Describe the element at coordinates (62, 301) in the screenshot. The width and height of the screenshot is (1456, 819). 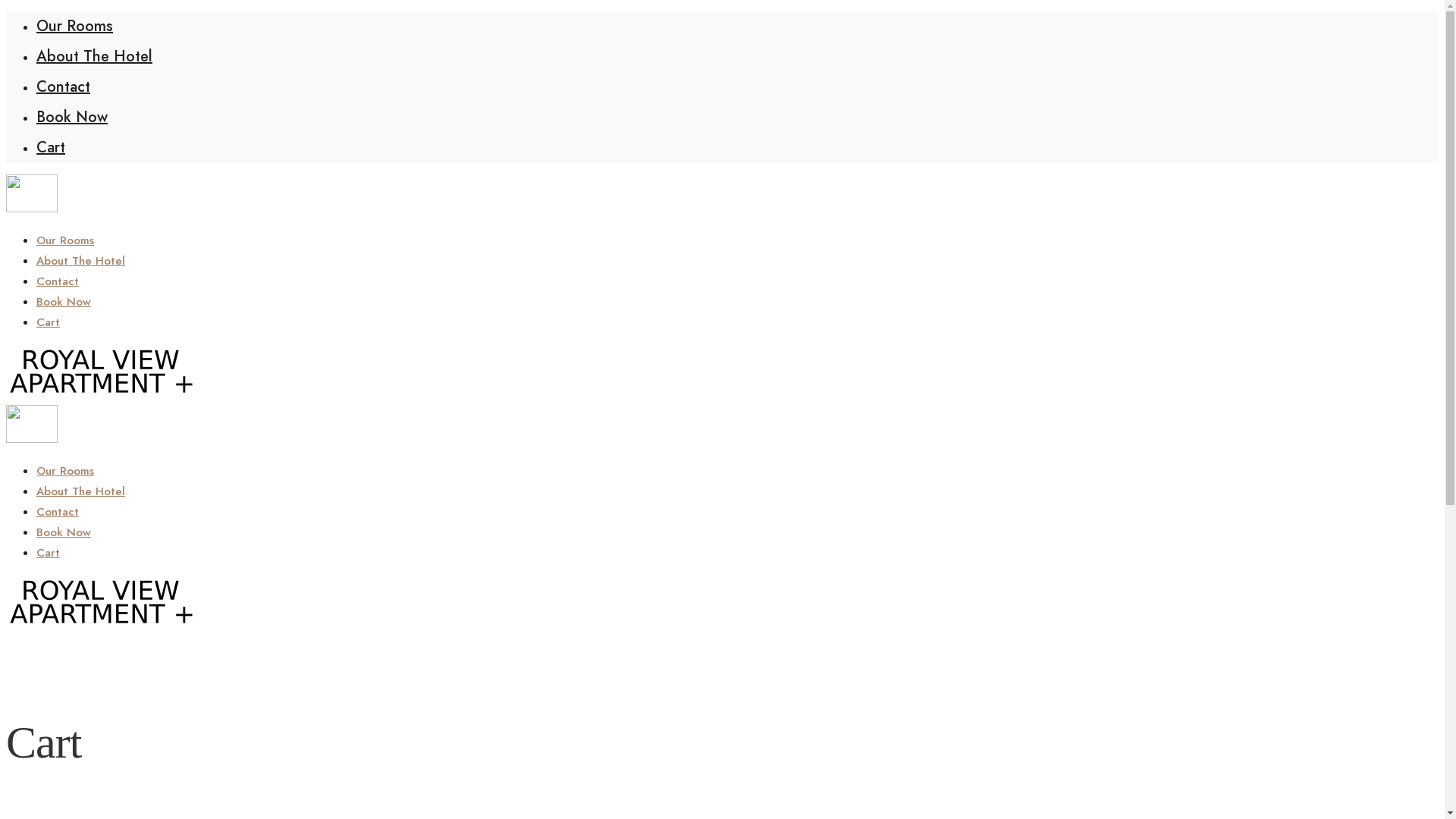
I see `'Book Now'` at that location.